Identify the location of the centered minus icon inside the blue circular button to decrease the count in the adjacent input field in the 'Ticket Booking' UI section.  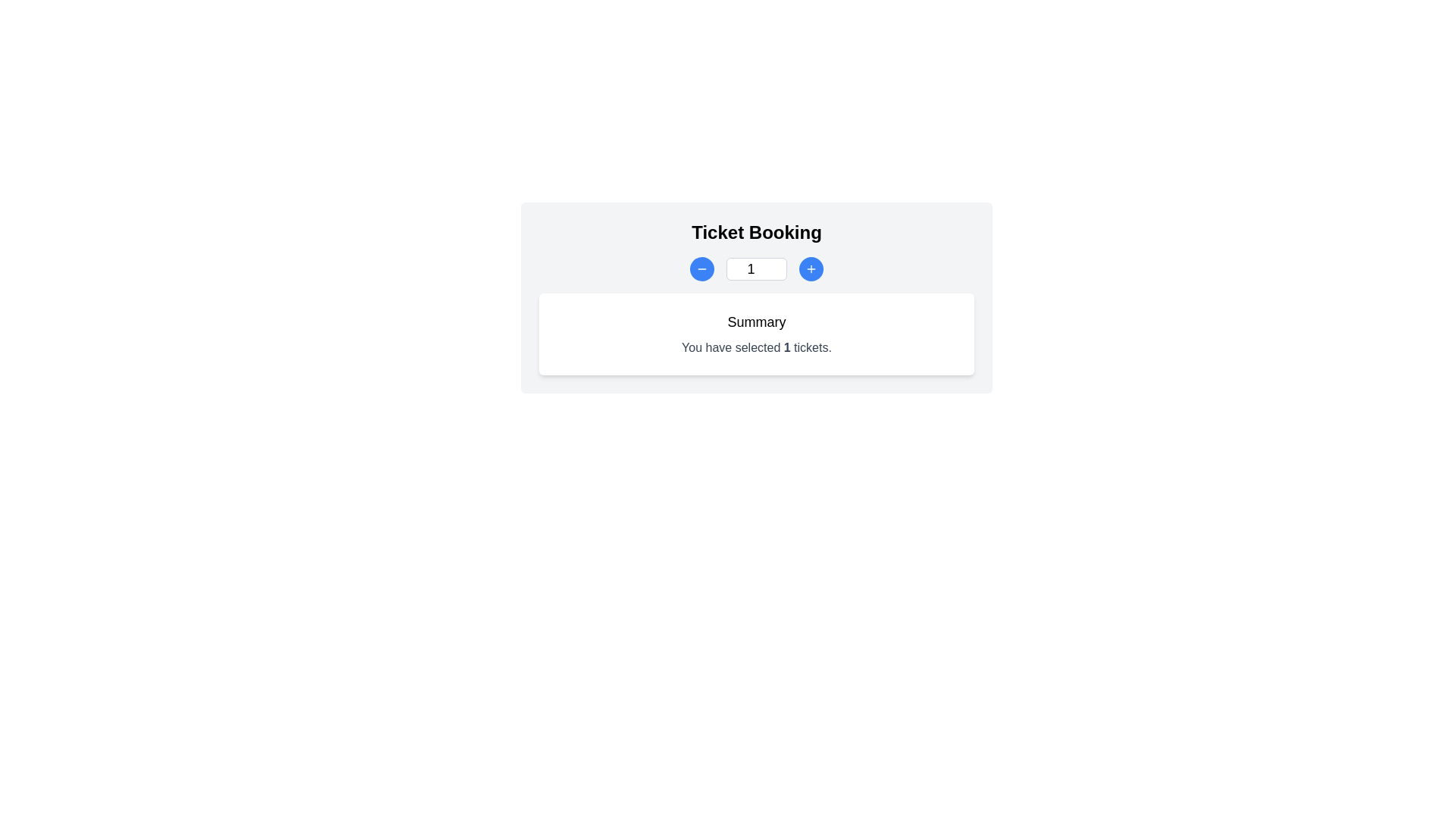
(701, 268).